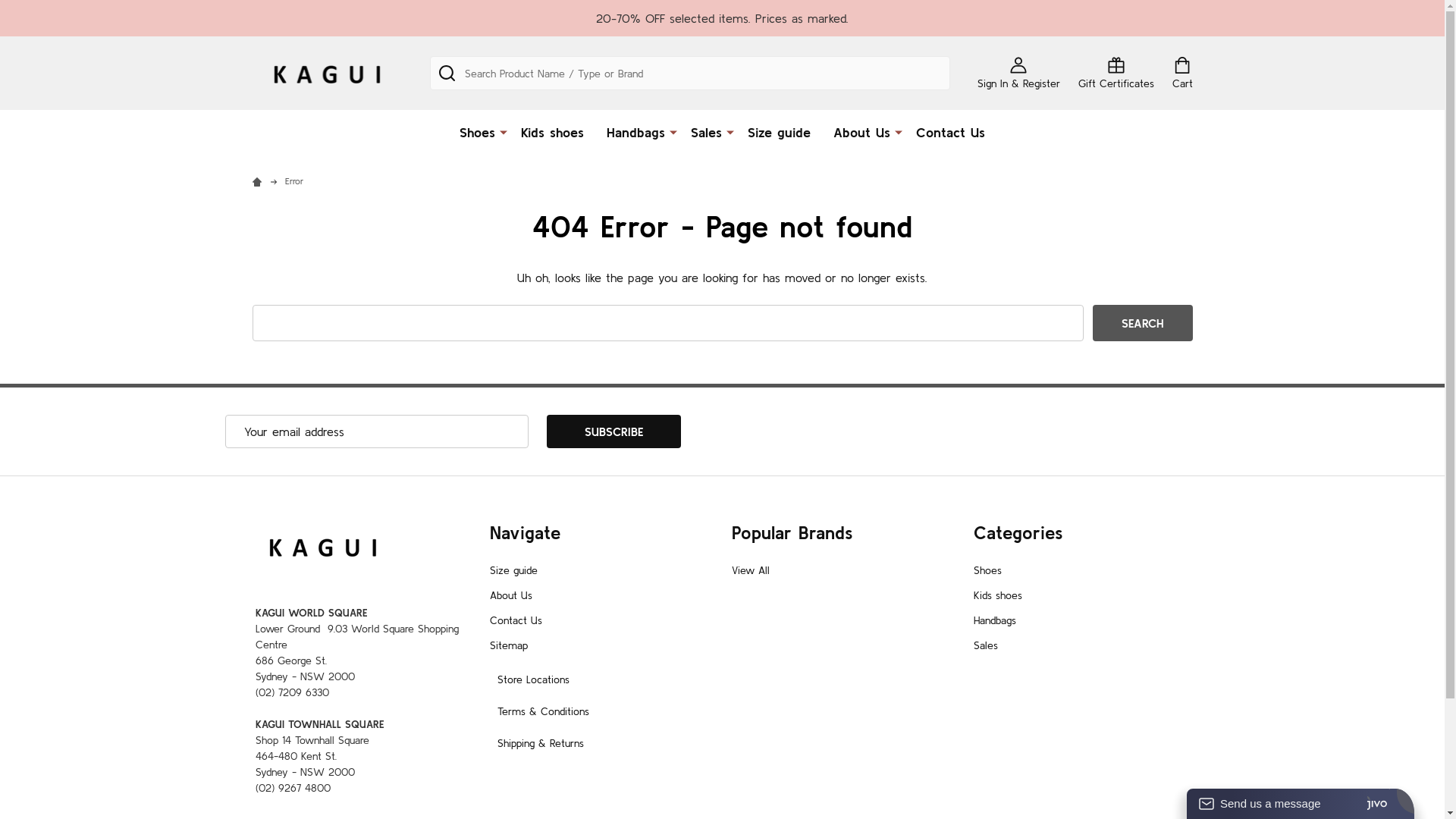 This screenshot has width=1456, height=819. I want to click on 'Contact Us', so click(516, 620).